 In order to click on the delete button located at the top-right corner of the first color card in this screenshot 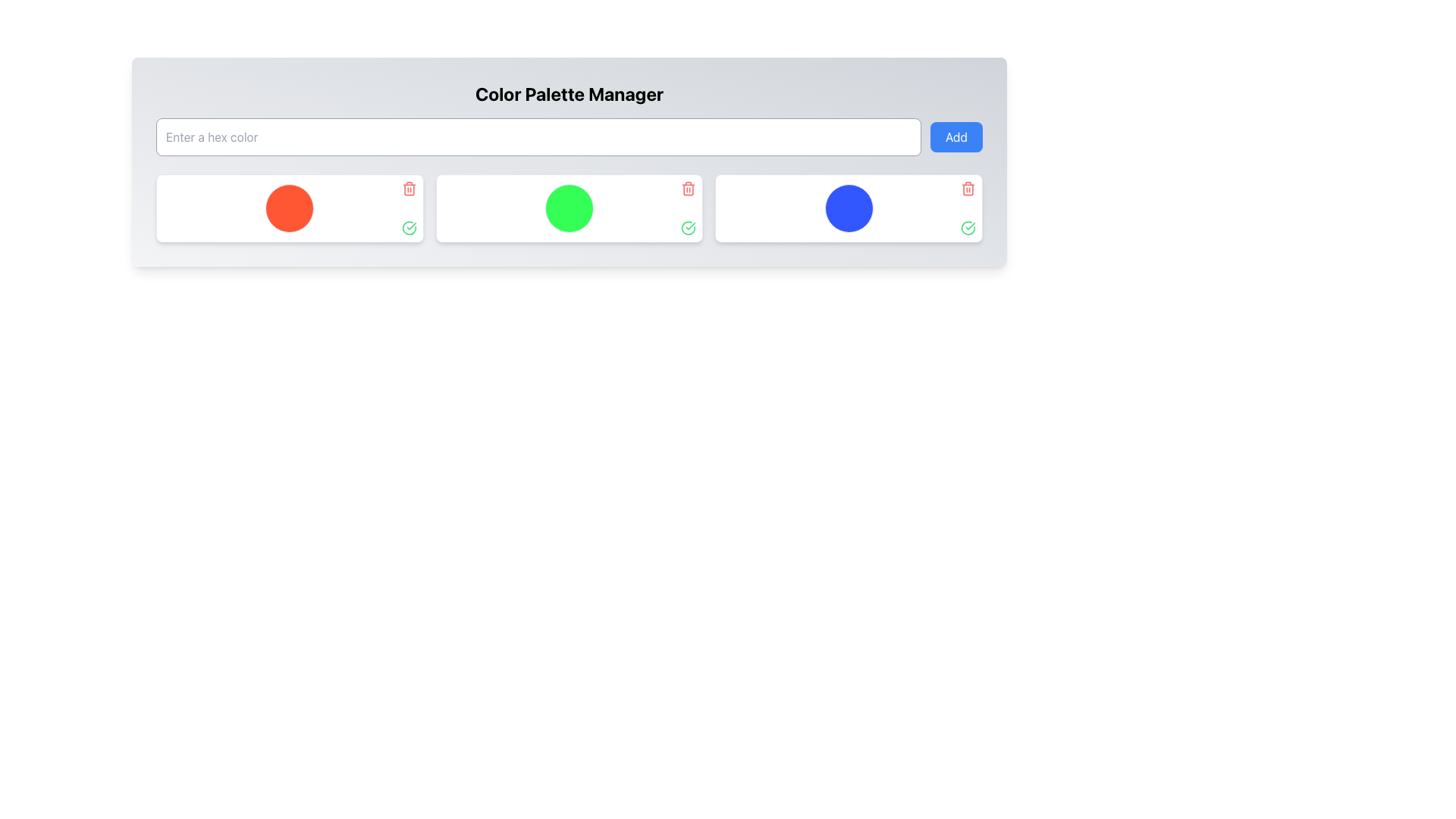, I will do `click(409, 188)`.